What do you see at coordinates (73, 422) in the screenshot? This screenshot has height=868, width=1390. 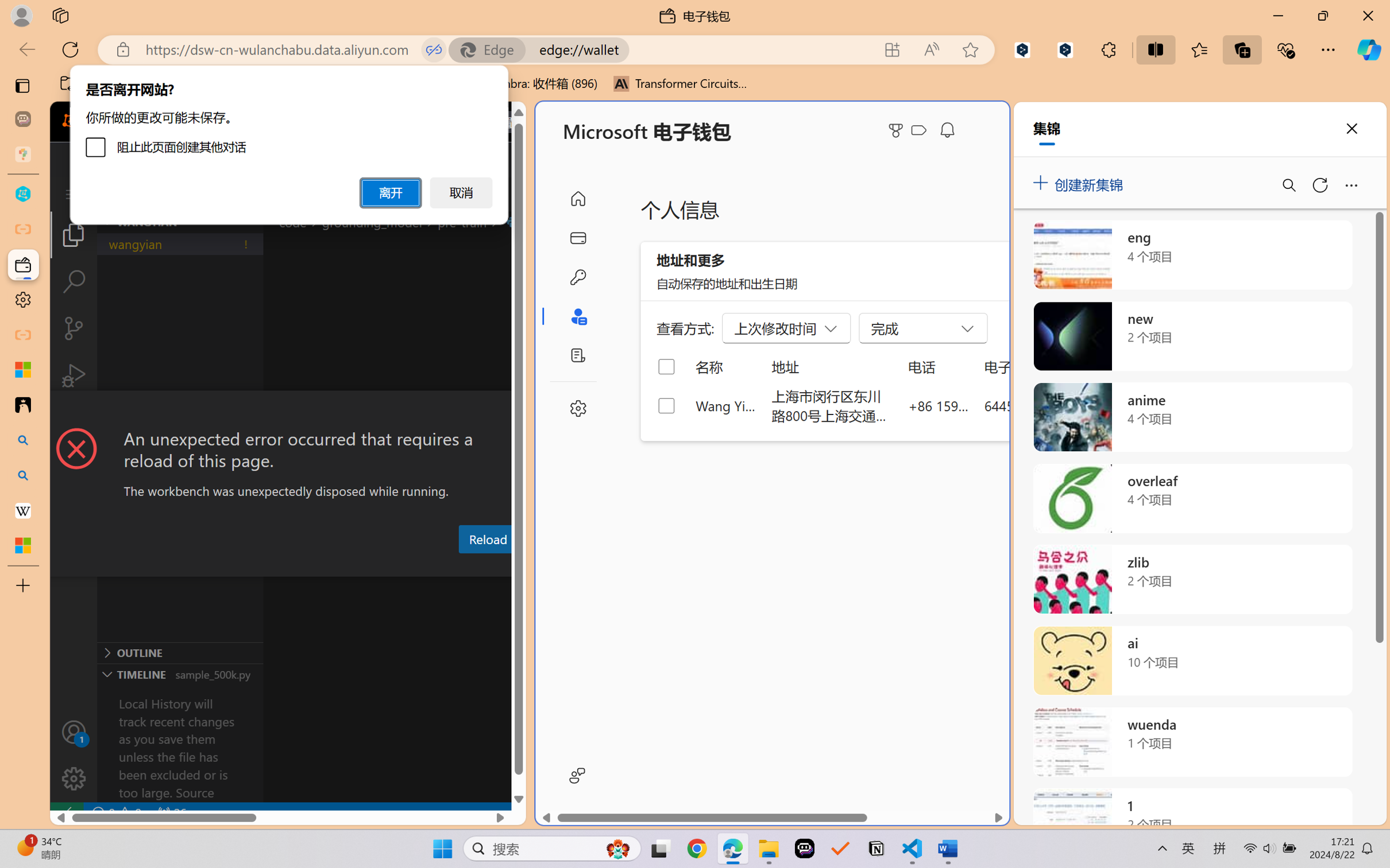 I see `'Extensions (Ctrl+Shift+X)'` at bounding box center [73, 422].